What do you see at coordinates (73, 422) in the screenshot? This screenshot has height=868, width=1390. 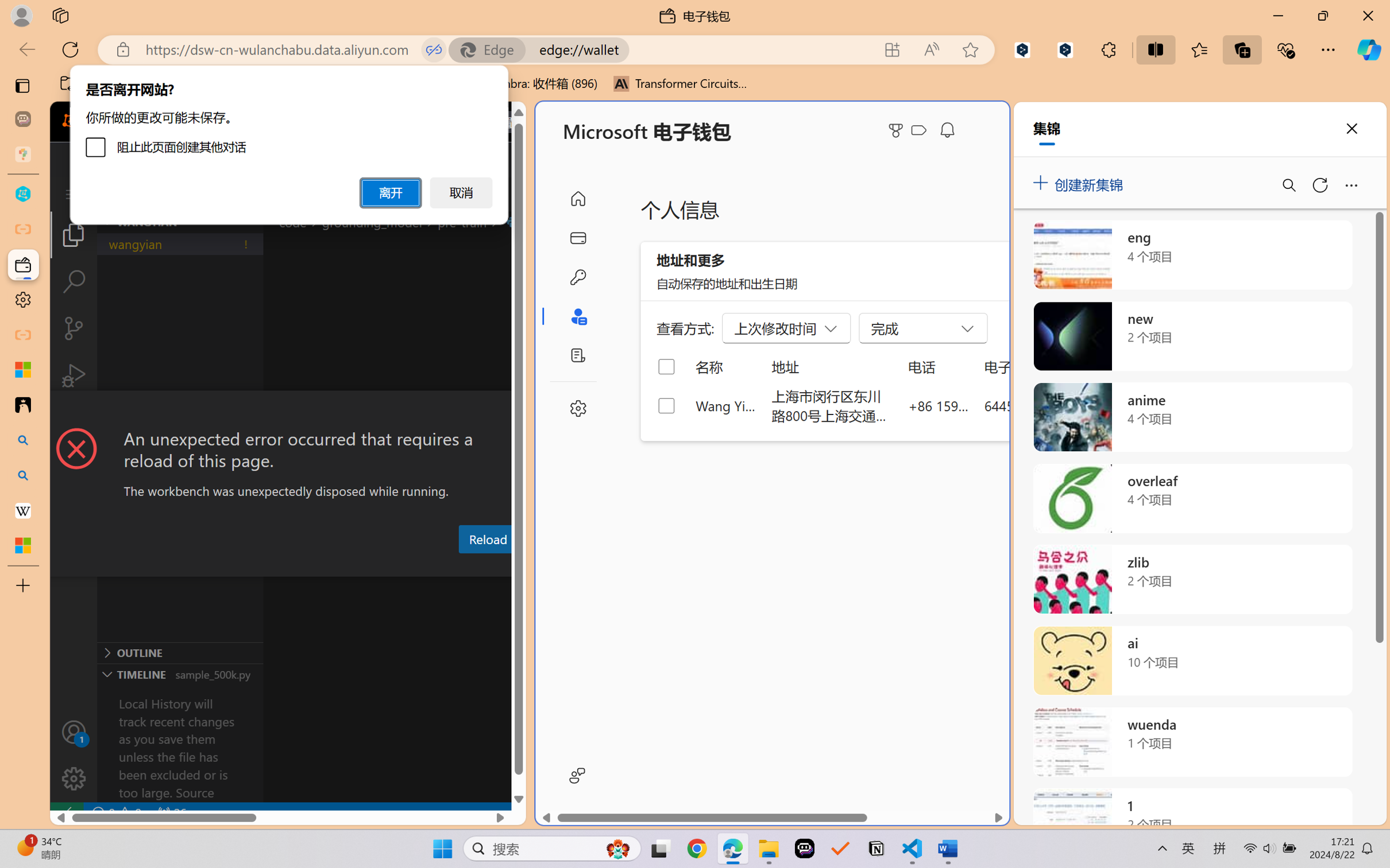 I see `'Extensions (Ctrl+Shift+X)'` at bounding box center [73, 422].